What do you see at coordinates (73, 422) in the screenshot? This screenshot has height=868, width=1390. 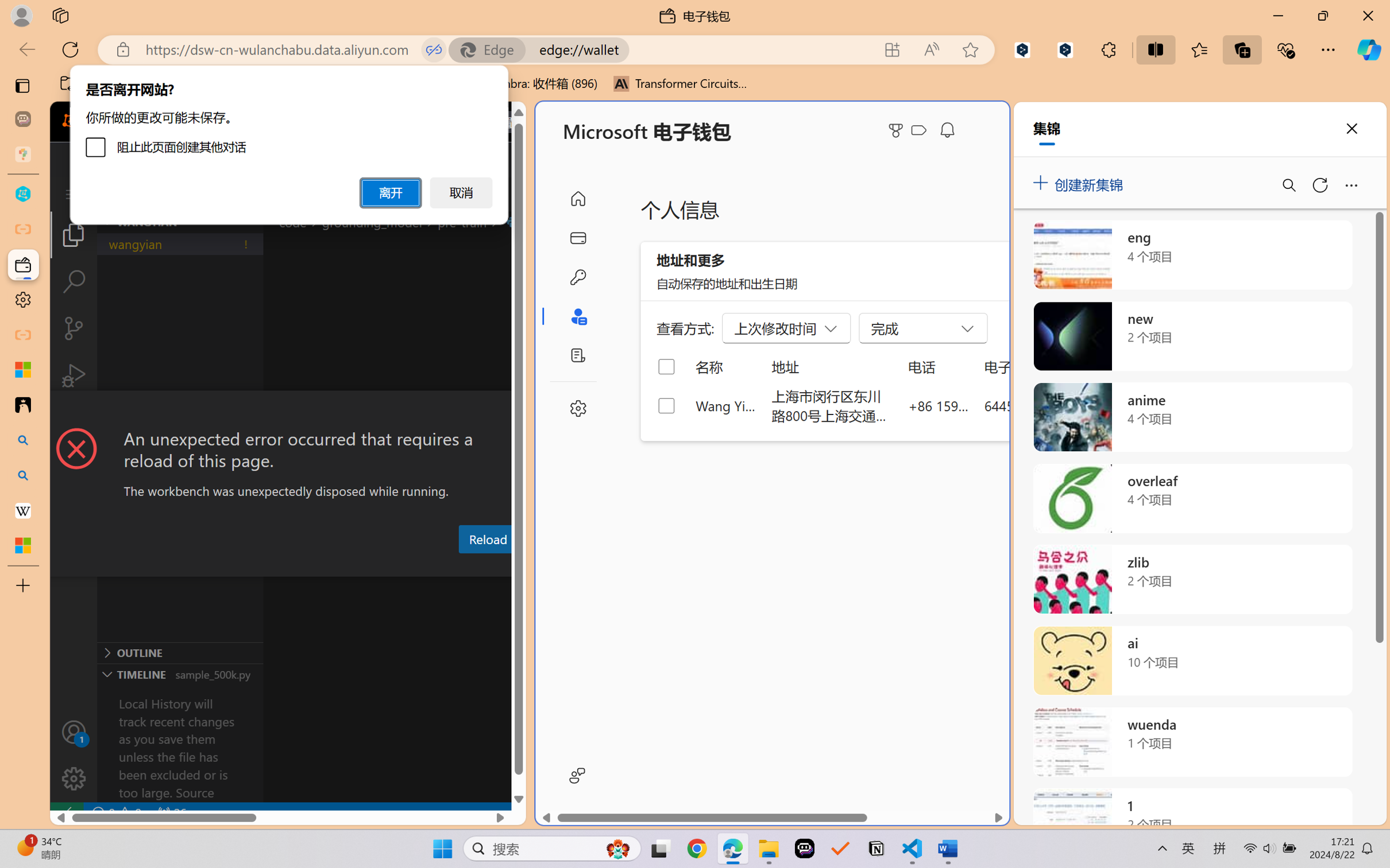 I see `'Extensions (Ctrl+Shift+X)'` at bounding box center [73, 422].